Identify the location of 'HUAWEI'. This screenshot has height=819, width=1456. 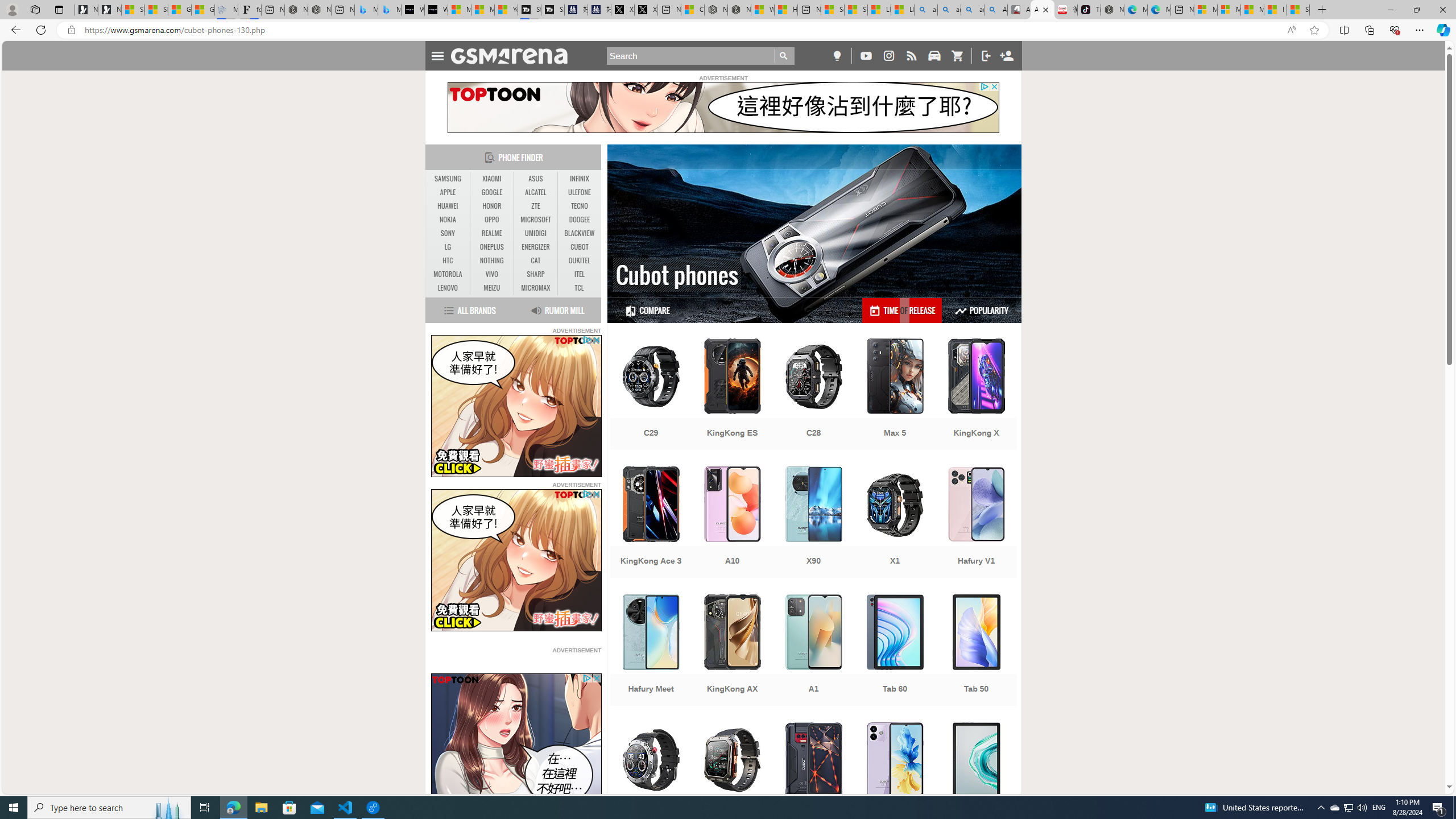
(448, 205).